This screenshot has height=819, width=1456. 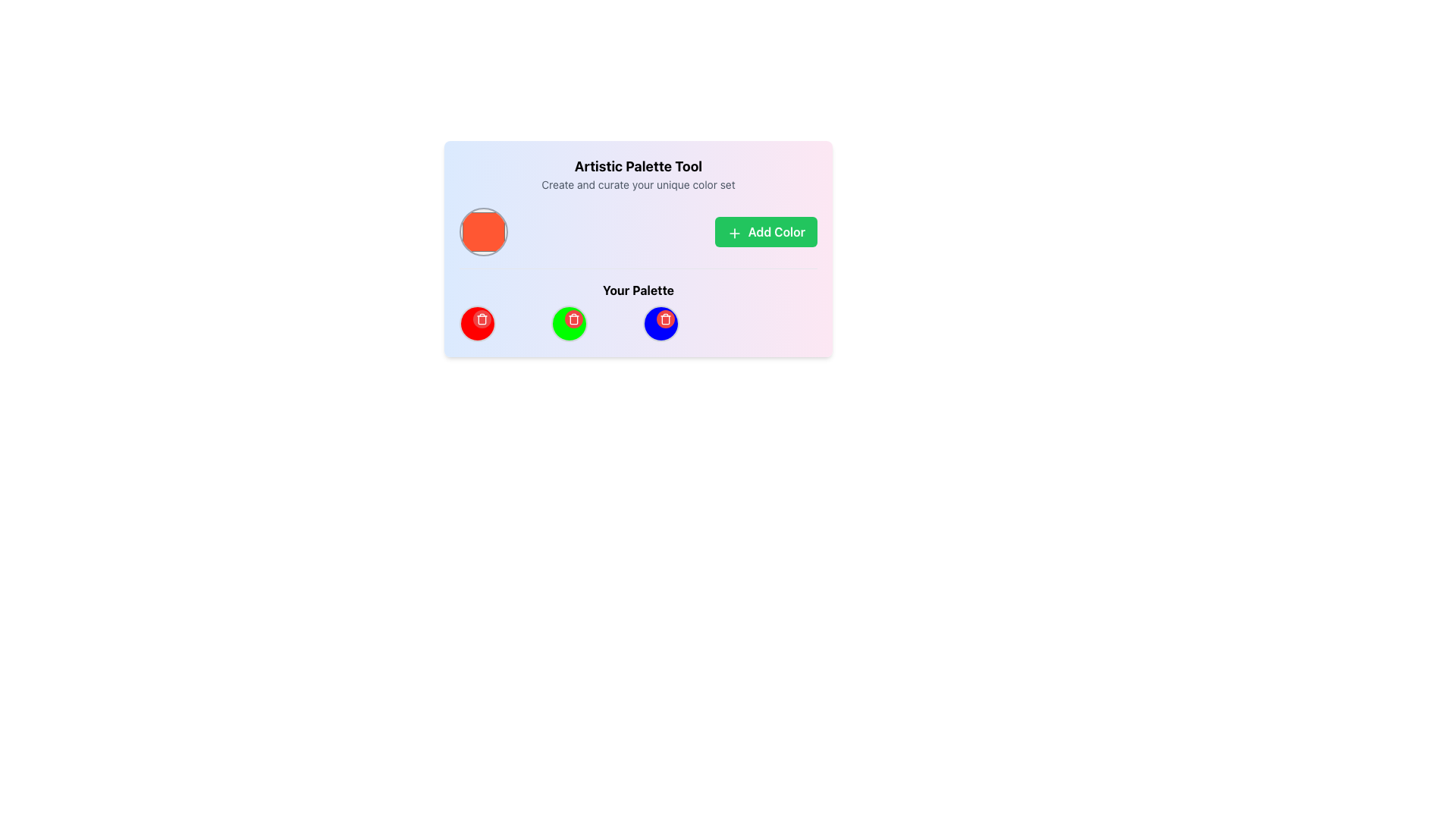 What do you see at coordinates (765, 231) in the screenshot?
I see `the green 'Add Color' button with a white plus icon` at bounding box center [765, 231].